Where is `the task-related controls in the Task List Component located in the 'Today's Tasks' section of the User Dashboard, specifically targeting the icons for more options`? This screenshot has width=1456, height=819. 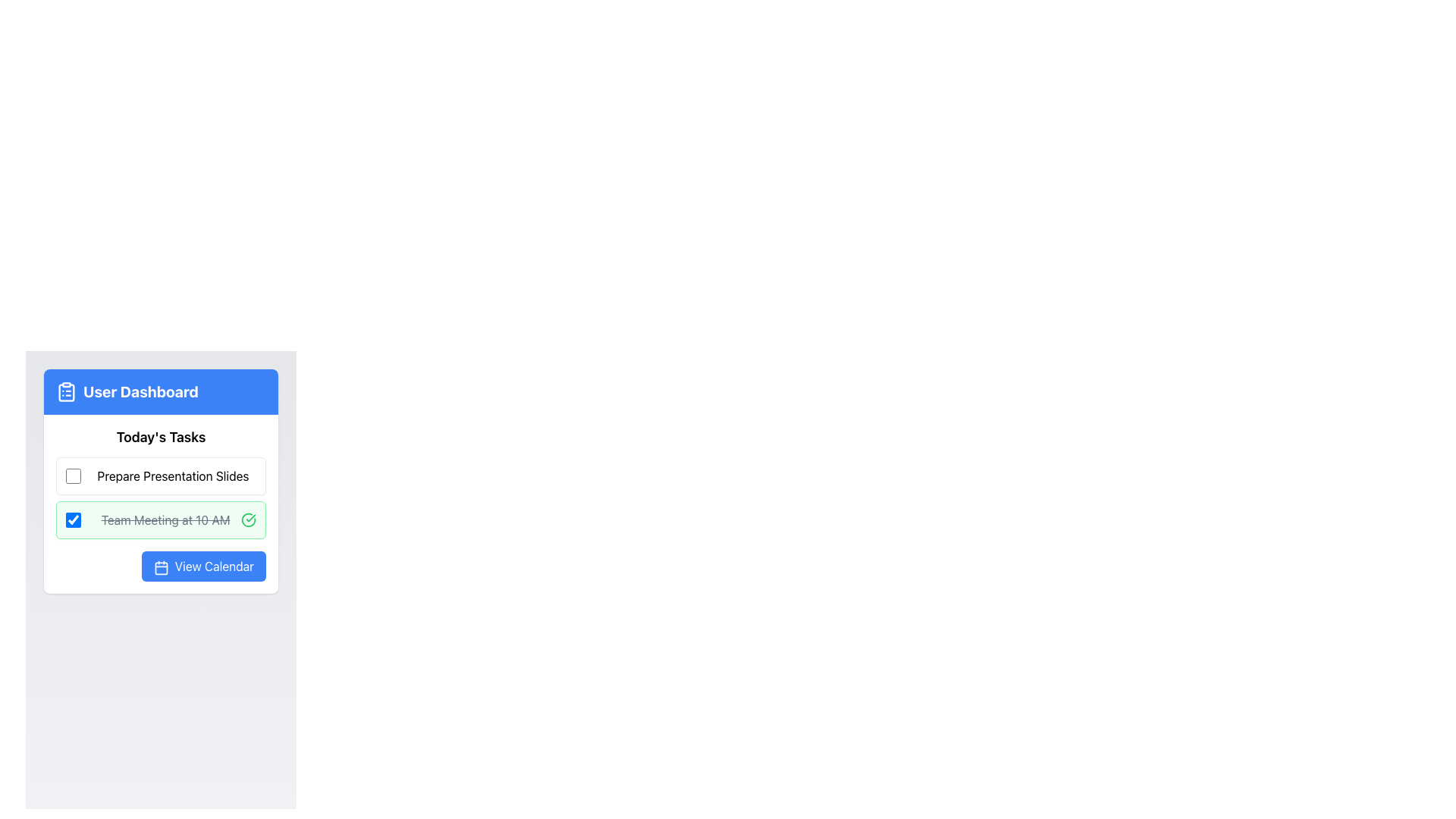 the task-related controls in the Task List Component located in the 'Today's Tasks' section of the User Dashboard, specifically targeting the icons for more options is located at coordinates (161, 504).